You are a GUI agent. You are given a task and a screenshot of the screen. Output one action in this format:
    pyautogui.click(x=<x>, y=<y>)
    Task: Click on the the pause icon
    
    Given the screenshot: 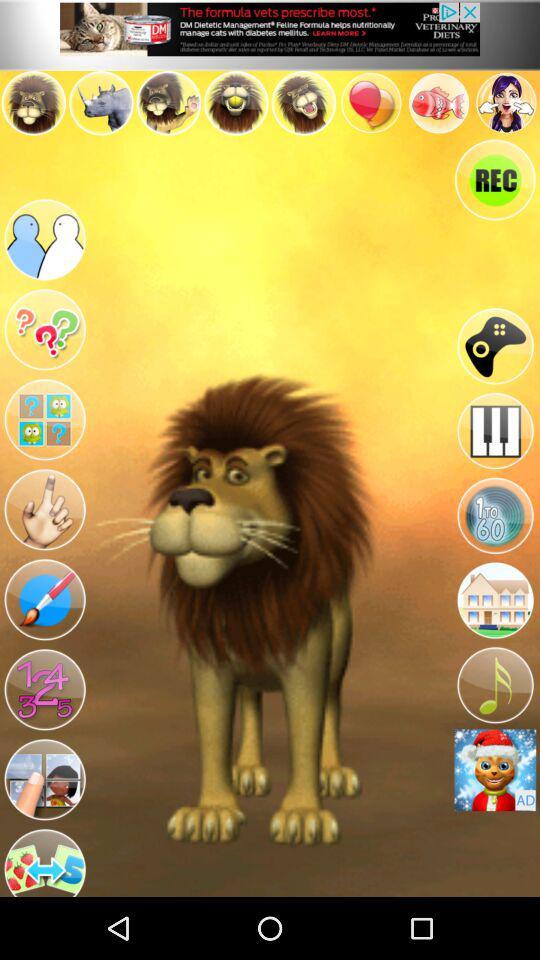 What is the action you would take?
    pyautogui.click(x=494, y=461)
    